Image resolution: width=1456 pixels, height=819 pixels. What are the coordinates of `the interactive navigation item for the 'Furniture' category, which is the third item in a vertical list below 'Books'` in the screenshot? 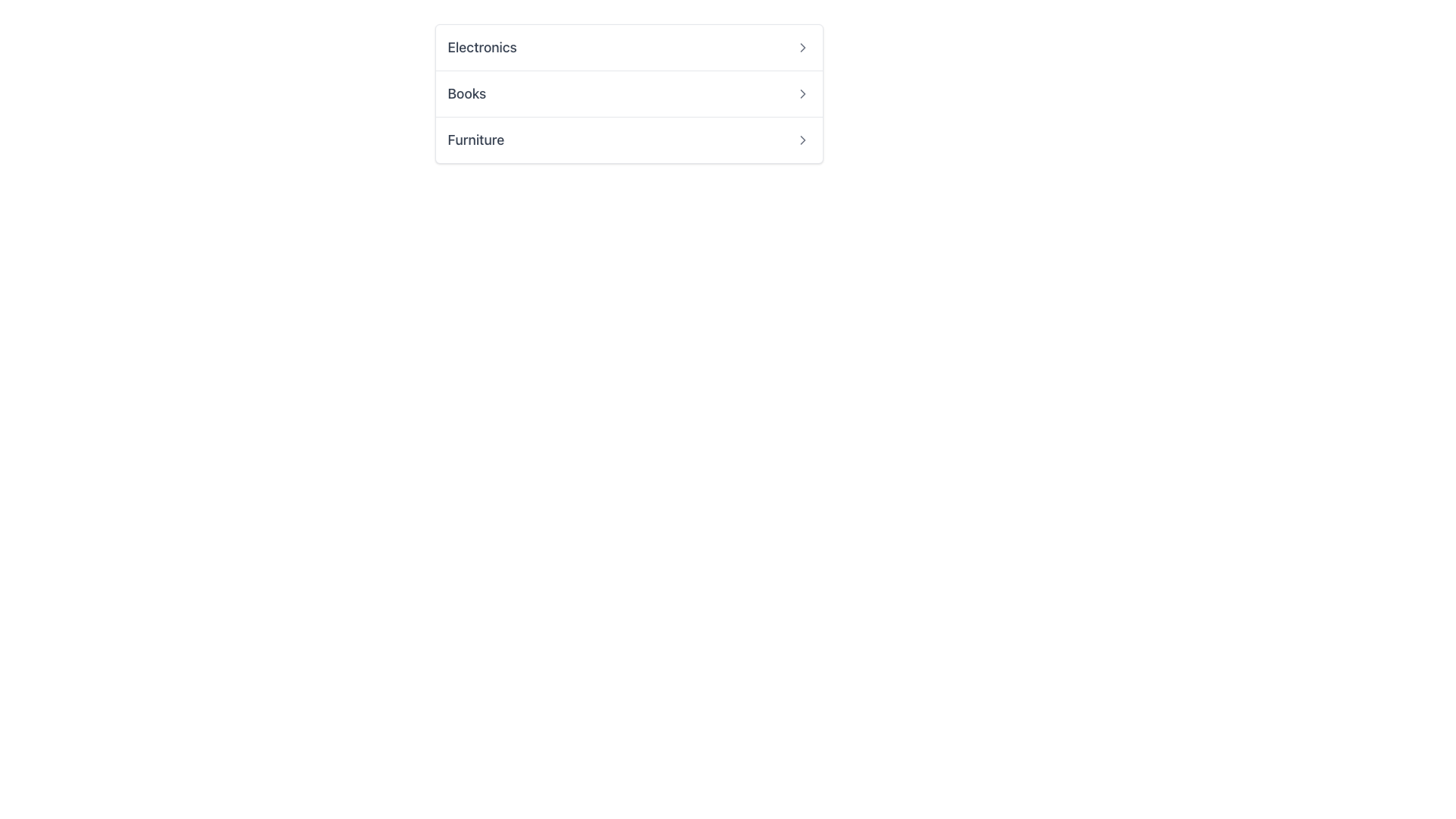 It's located at (629, 140).